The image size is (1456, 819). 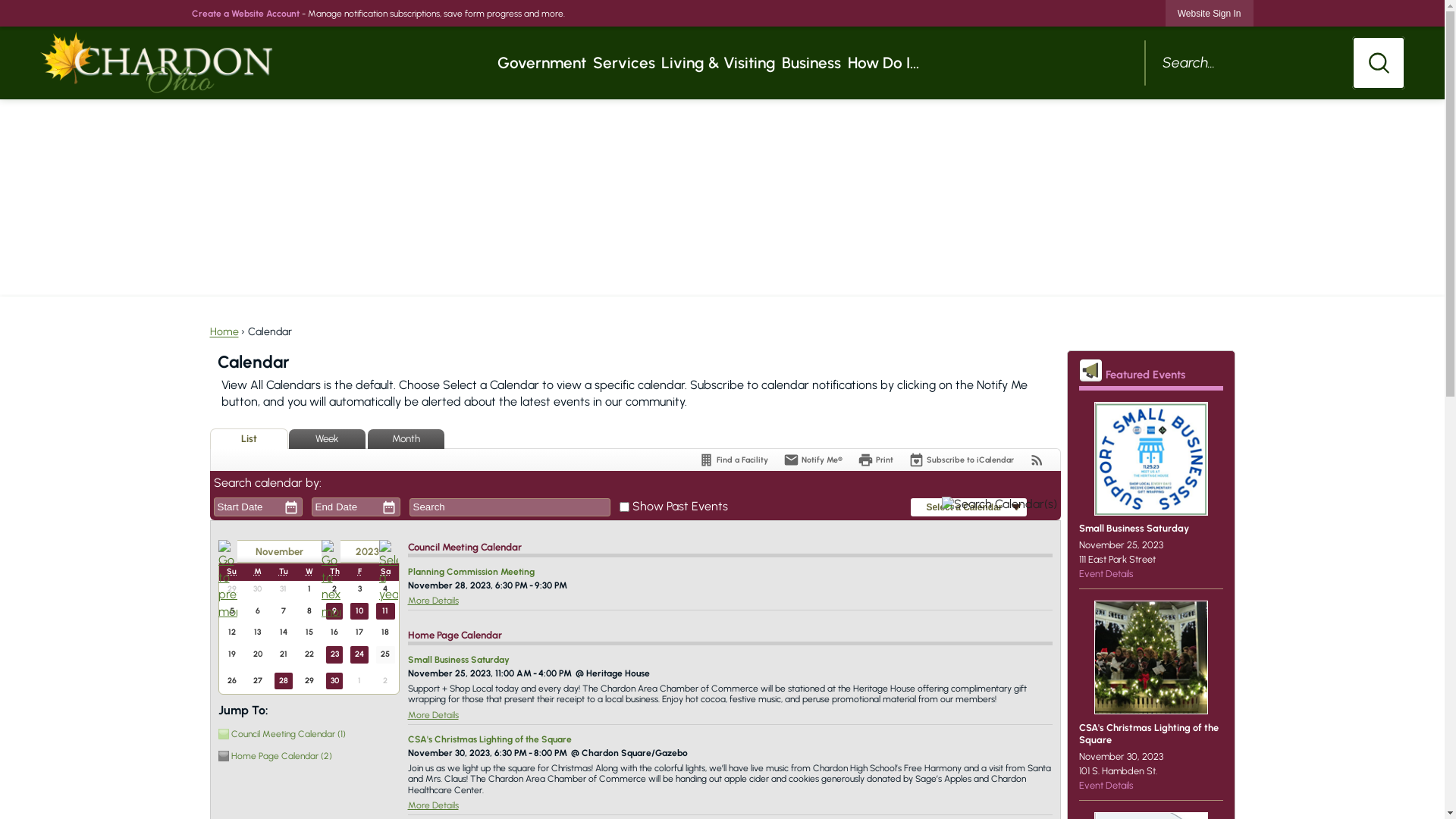 What do you see at coordinates (278, 551) in the screenshot?
I see `'November'` at bounding box center [278, 551].